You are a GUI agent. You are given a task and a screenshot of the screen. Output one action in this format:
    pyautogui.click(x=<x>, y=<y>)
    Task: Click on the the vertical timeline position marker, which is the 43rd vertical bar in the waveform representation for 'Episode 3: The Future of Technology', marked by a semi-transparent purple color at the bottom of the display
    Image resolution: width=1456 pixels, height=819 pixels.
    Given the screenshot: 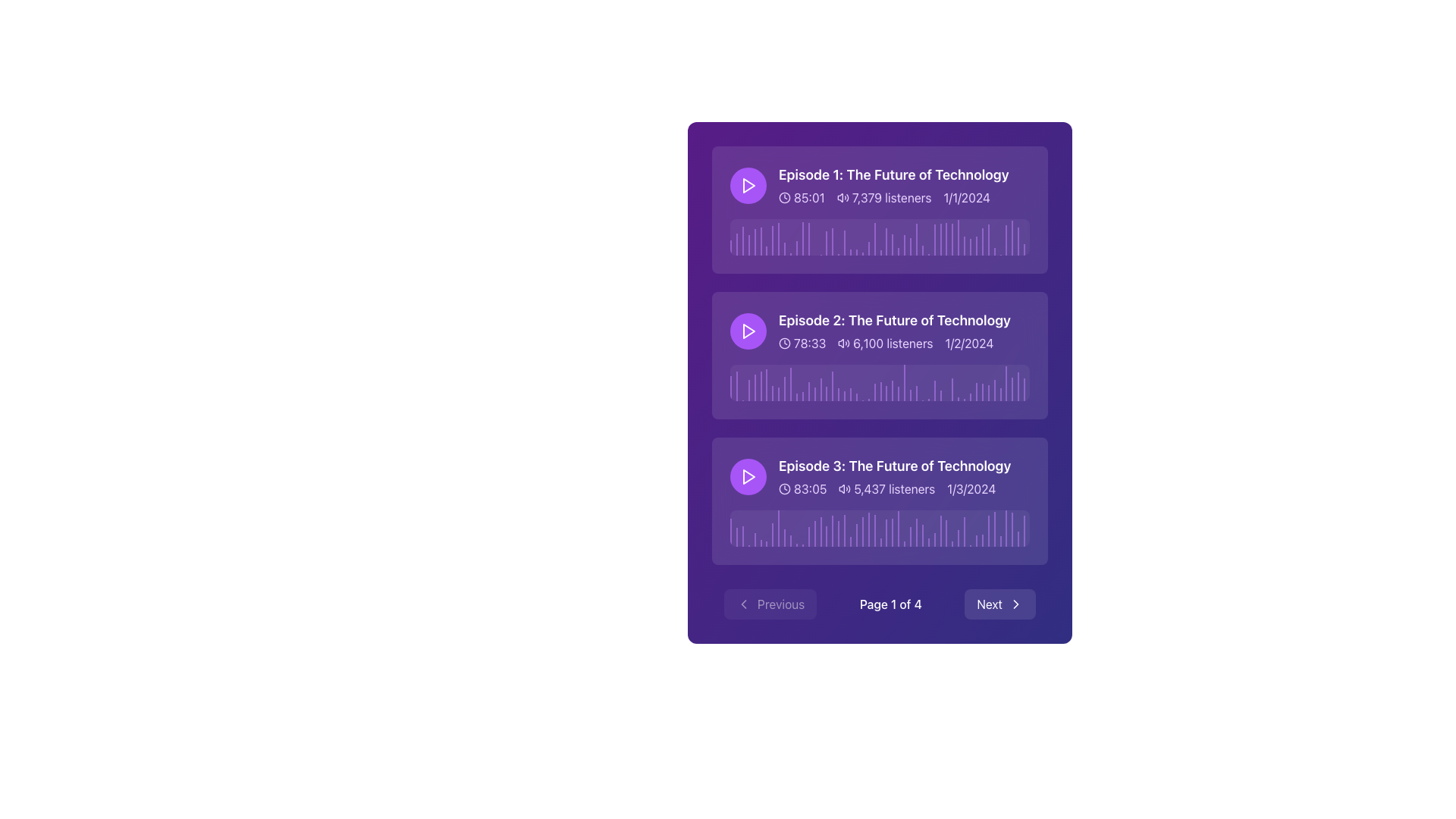 What is the action you would take?
    pyautogui.click(x=982, y=540)
    